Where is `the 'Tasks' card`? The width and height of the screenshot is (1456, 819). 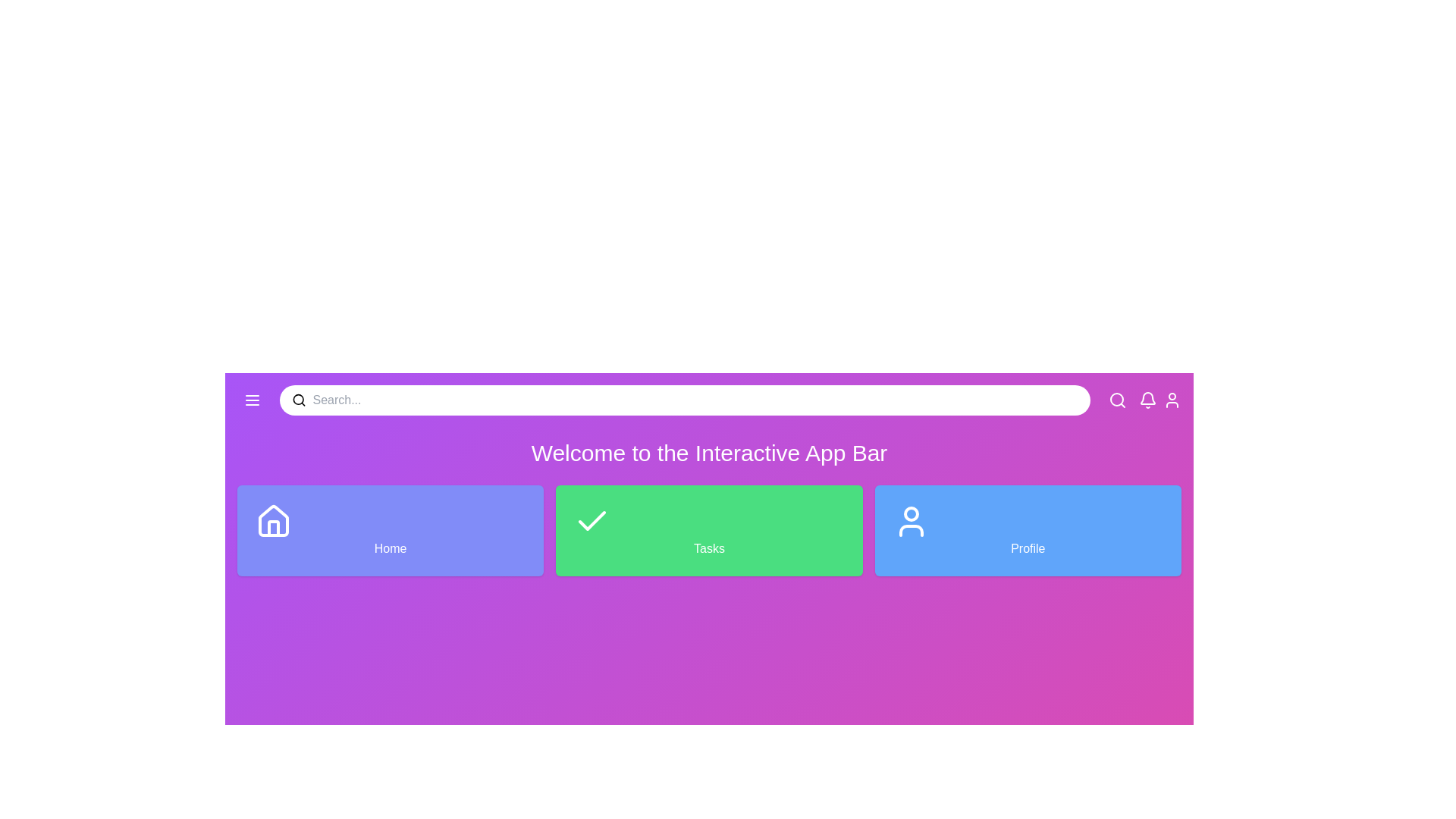
the 'Tasks' card is located at coordinates (708, 529).